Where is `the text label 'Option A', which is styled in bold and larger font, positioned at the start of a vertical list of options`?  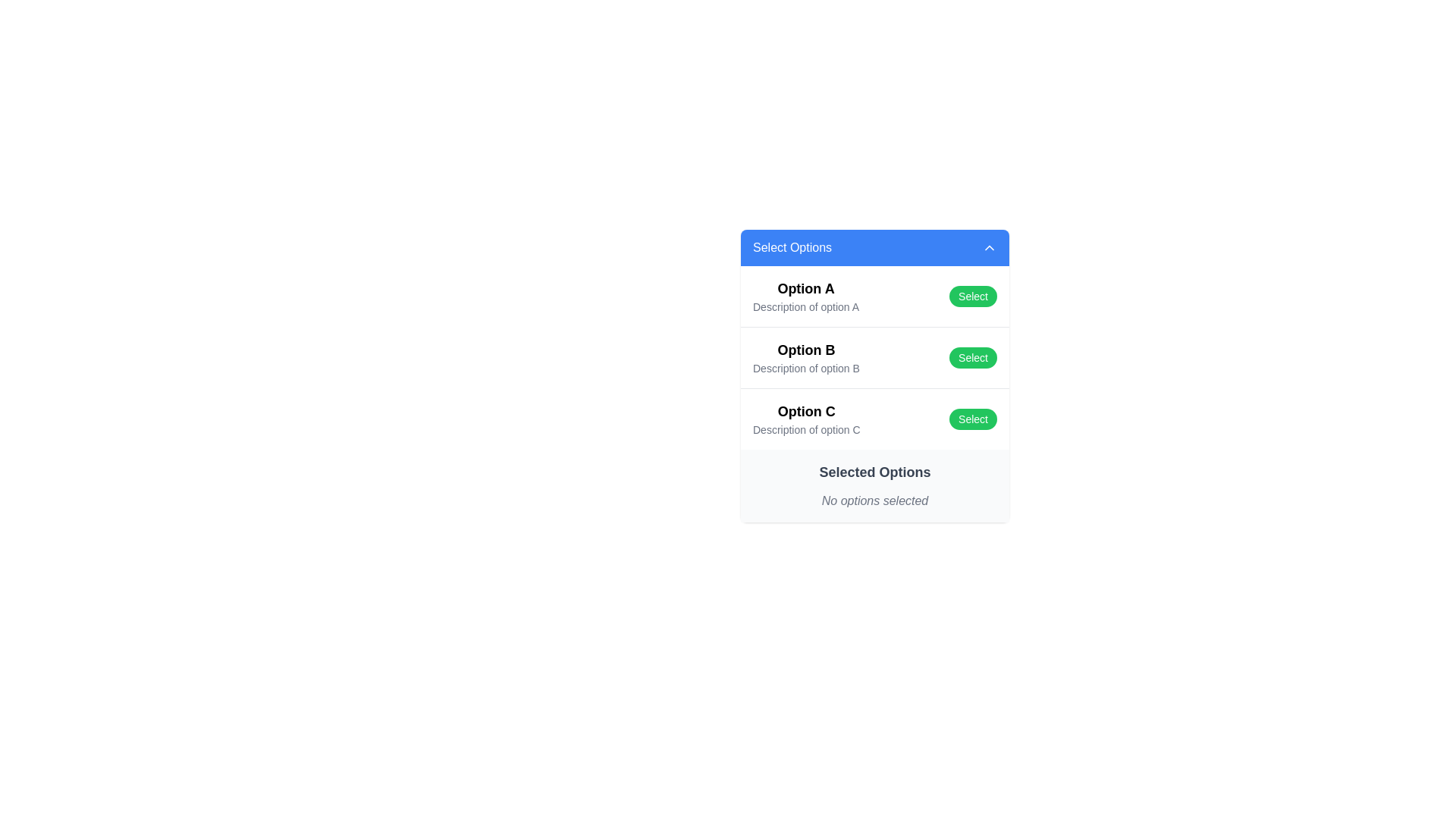 the text label 'Option A', which is styled in bold and larger font, positioned at the start of a vertical list of options is located at coordinates (805, 289).